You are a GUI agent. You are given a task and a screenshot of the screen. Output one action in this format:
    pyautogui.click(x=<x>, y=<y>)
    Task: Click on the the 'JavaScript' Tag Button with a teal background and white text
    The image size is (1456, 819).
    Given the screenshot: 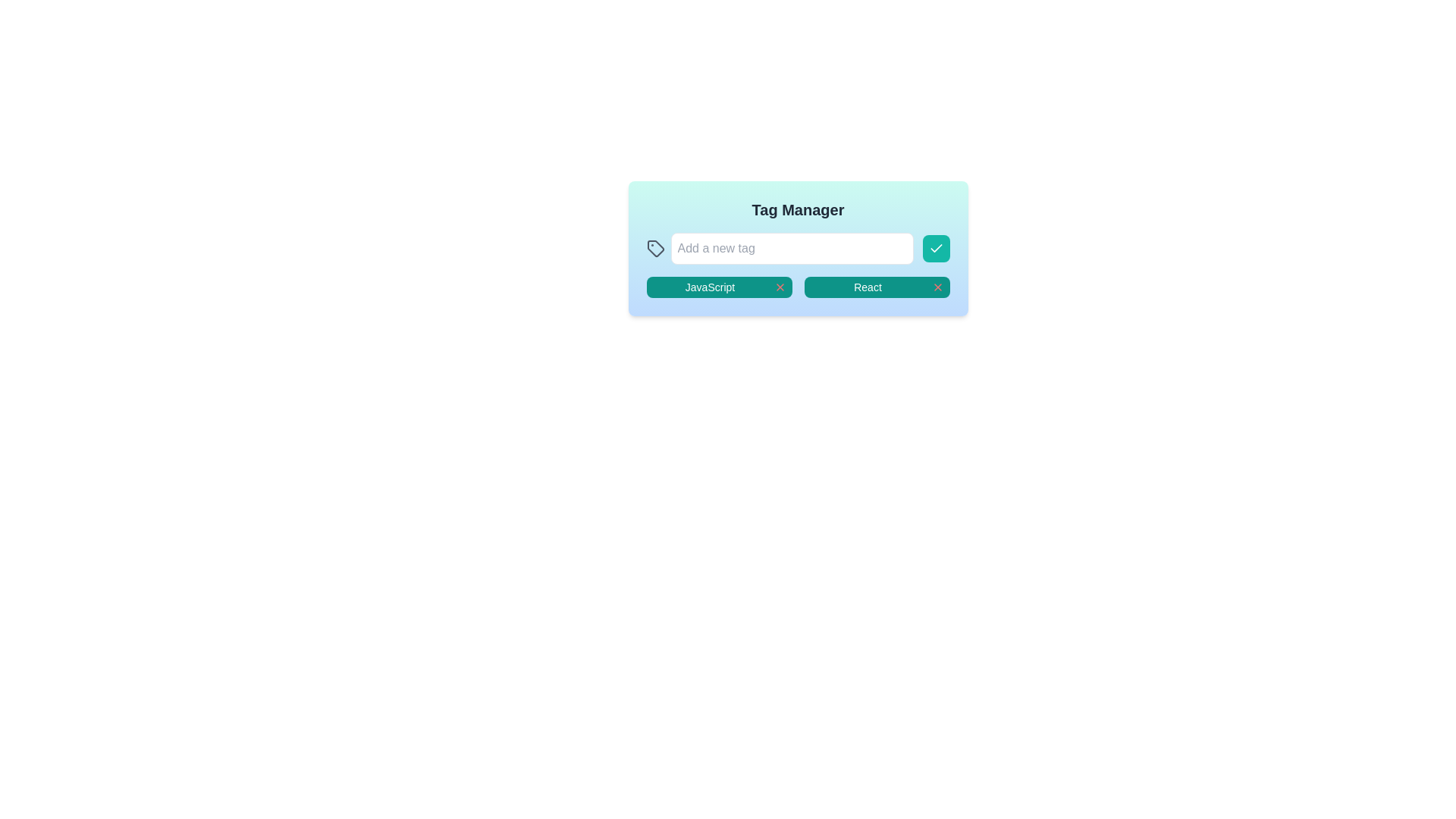 What is the action you would take?
    pyautogui.click(x=718, y=287)
    